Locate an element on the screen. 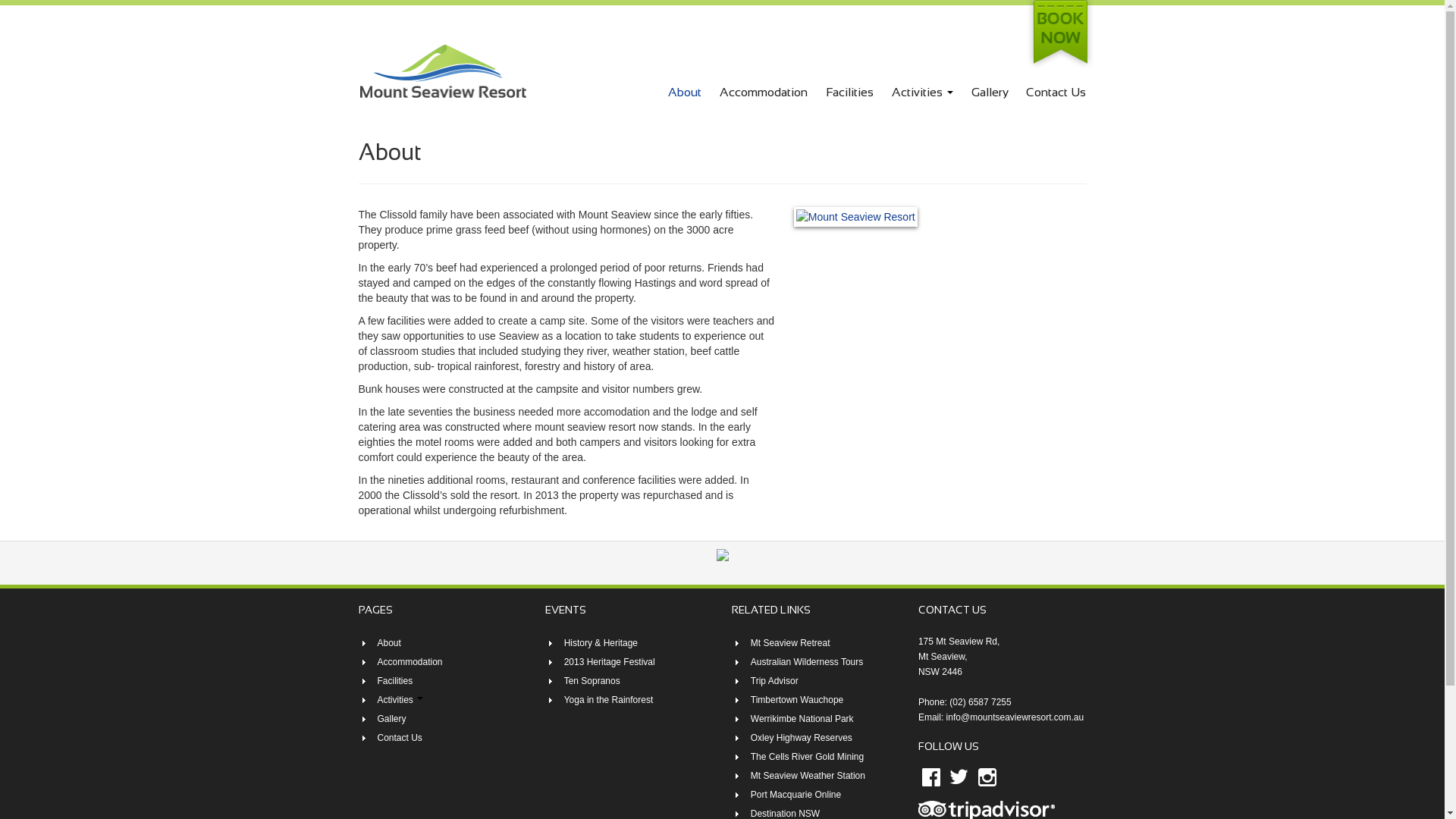 This screenshot has height=819, width=1456. 'Book Now' is located at coordinates (1058, 34).